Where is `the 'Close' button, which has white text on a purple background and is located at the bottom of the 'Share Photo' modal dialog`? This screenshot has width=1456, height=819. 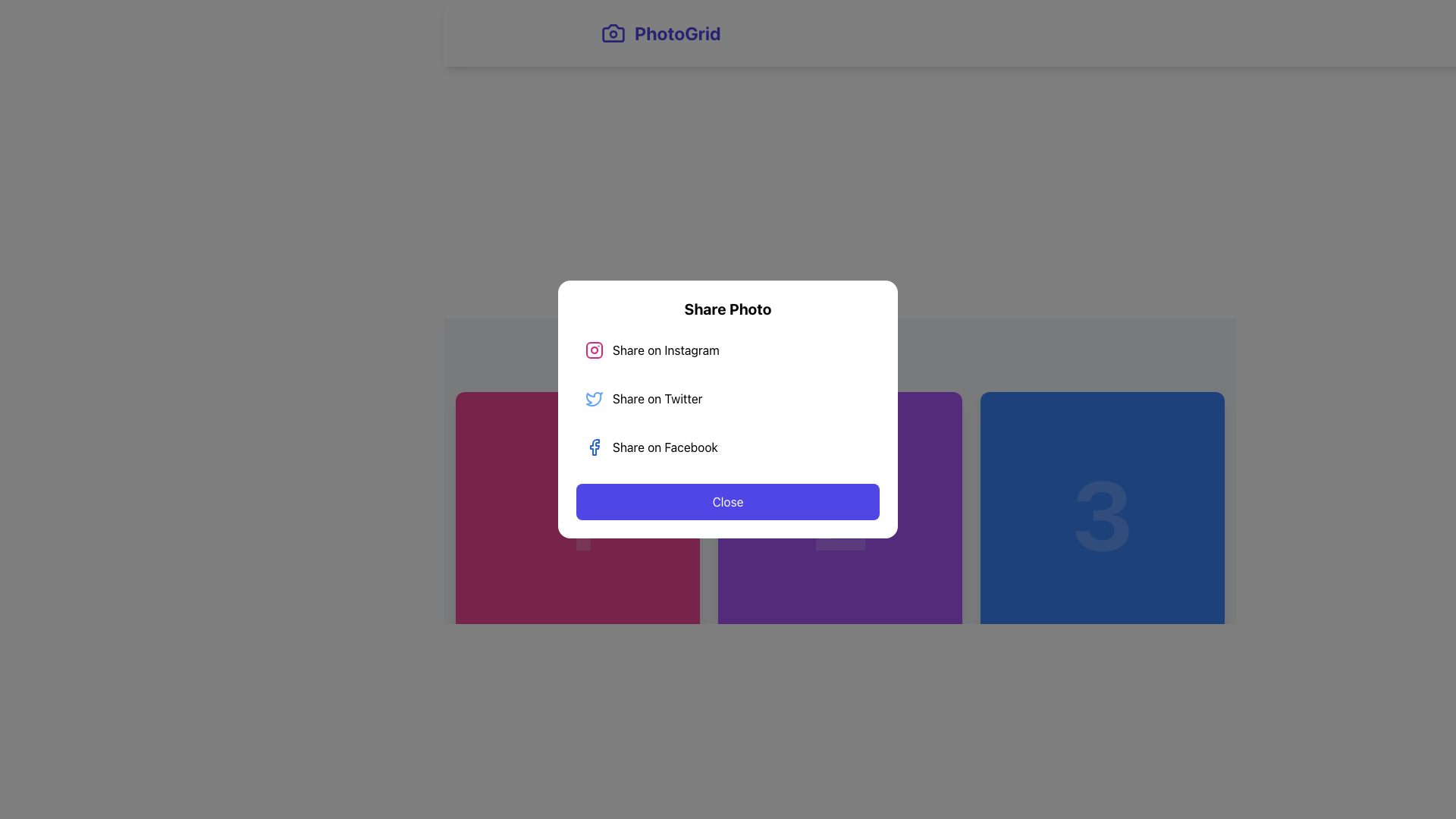 the 'Close' button, which has white text on a purple background and is located at the bottom of the 'Share Photo' modal dialog is located at coordinates (728, 502).